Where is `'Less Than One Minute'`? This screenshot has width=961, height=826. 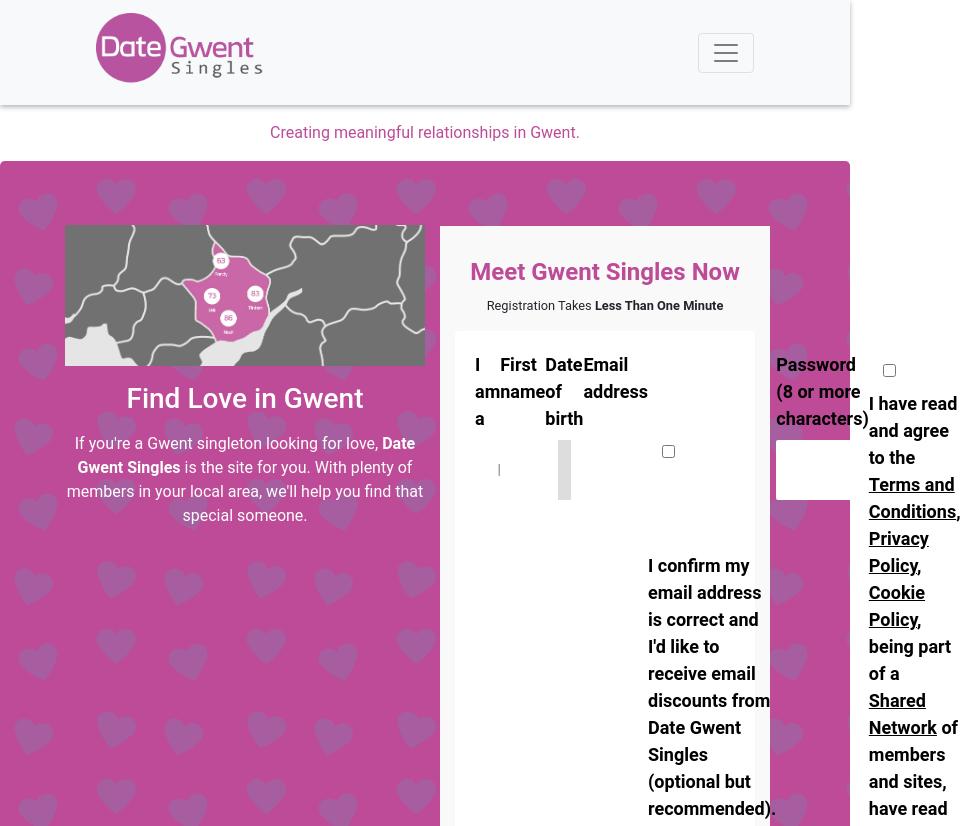
'Less Than One Minute' is located at coordinates (657, 304).